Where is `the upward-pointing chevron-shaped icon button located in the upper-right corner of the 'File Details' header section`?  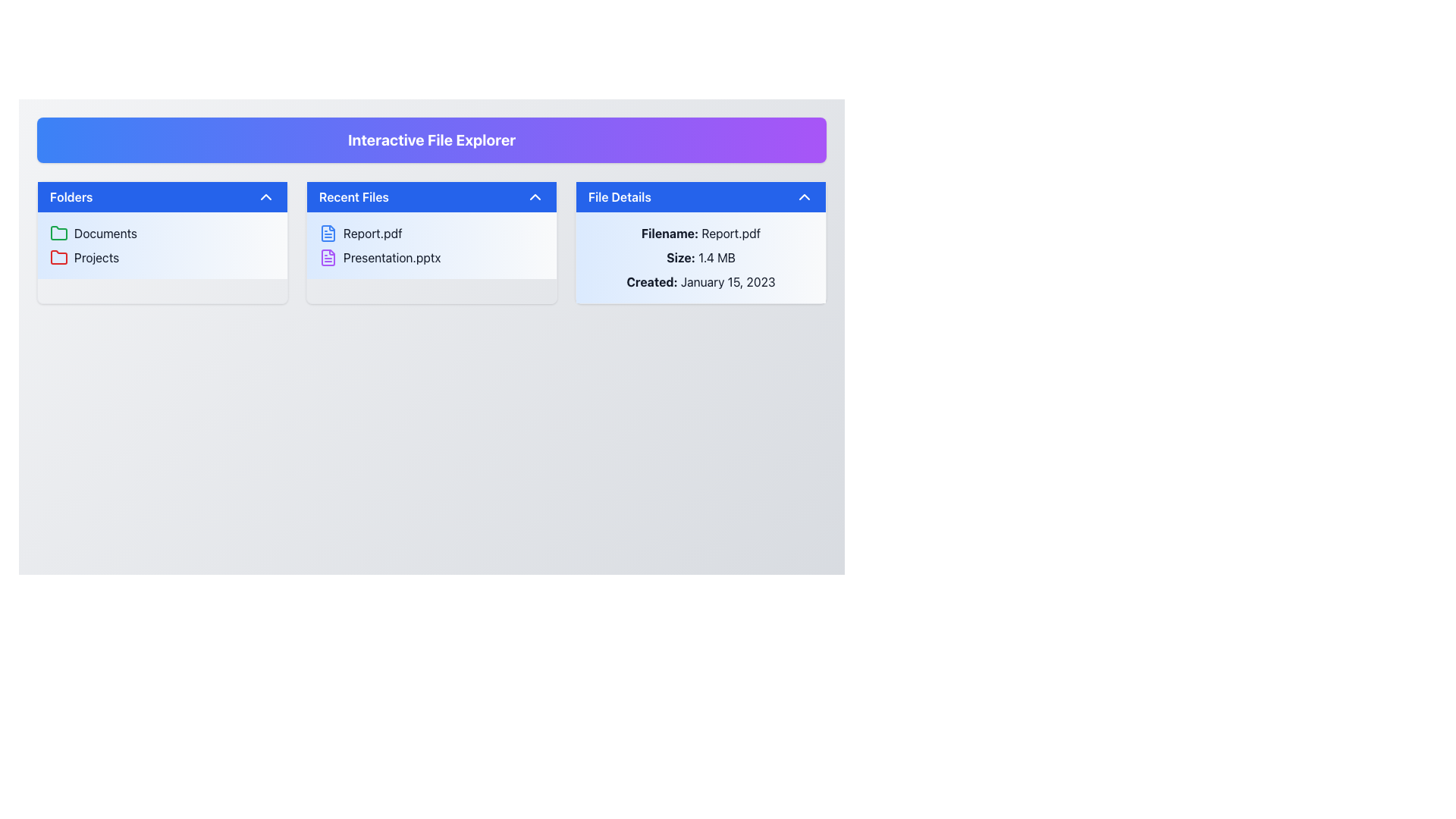
the upward-pointing chevron-shaped icon button located in the upper-right corner of the 'File Details' header section is located at coordinates (803, 196).